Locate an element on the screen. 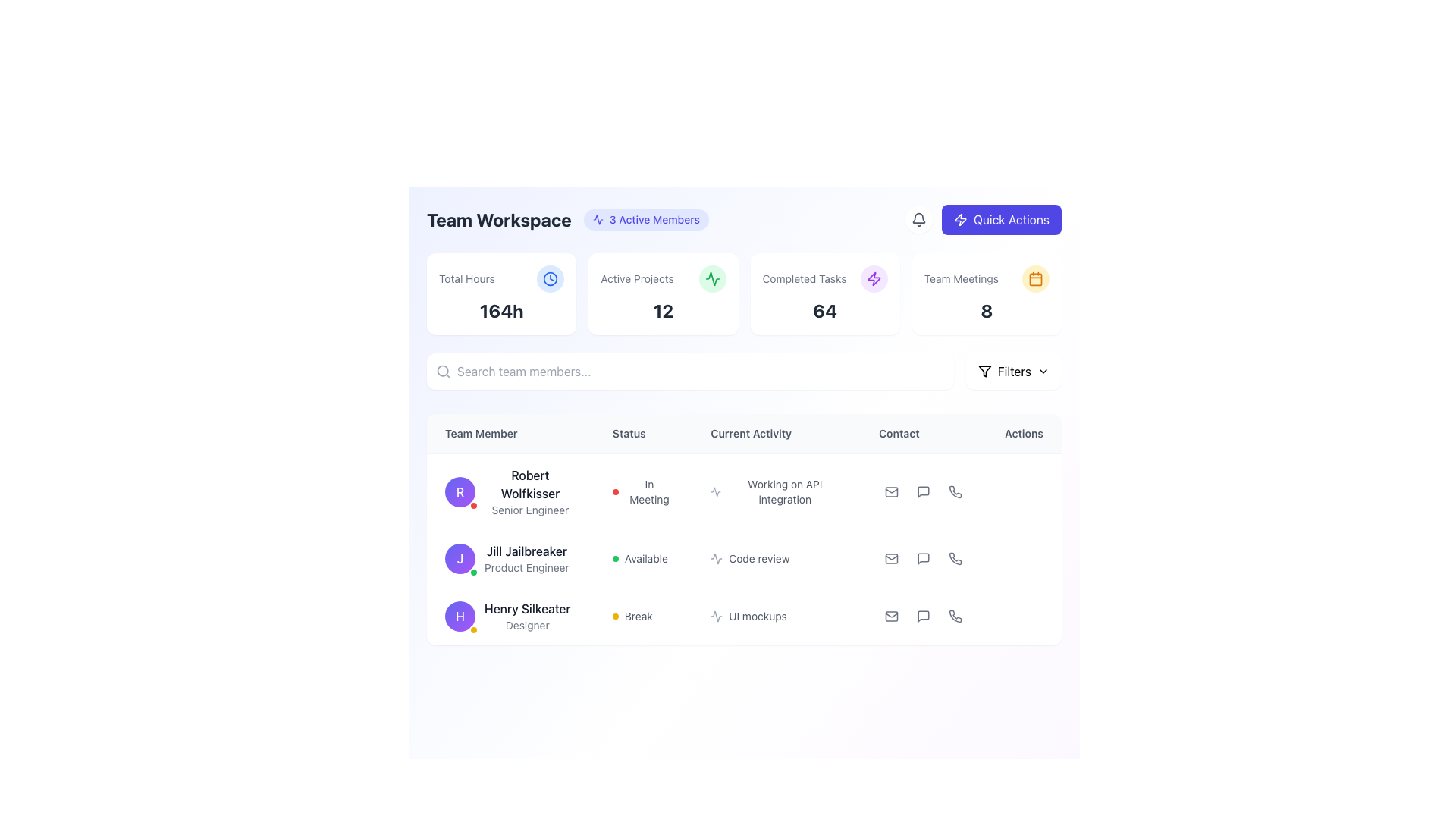  the text label indicating the number of active team members in the workspace, which is part of a rounded, indigo-highlighted badge near the 'Team Workspace' header is located at coordinates (654, 219).